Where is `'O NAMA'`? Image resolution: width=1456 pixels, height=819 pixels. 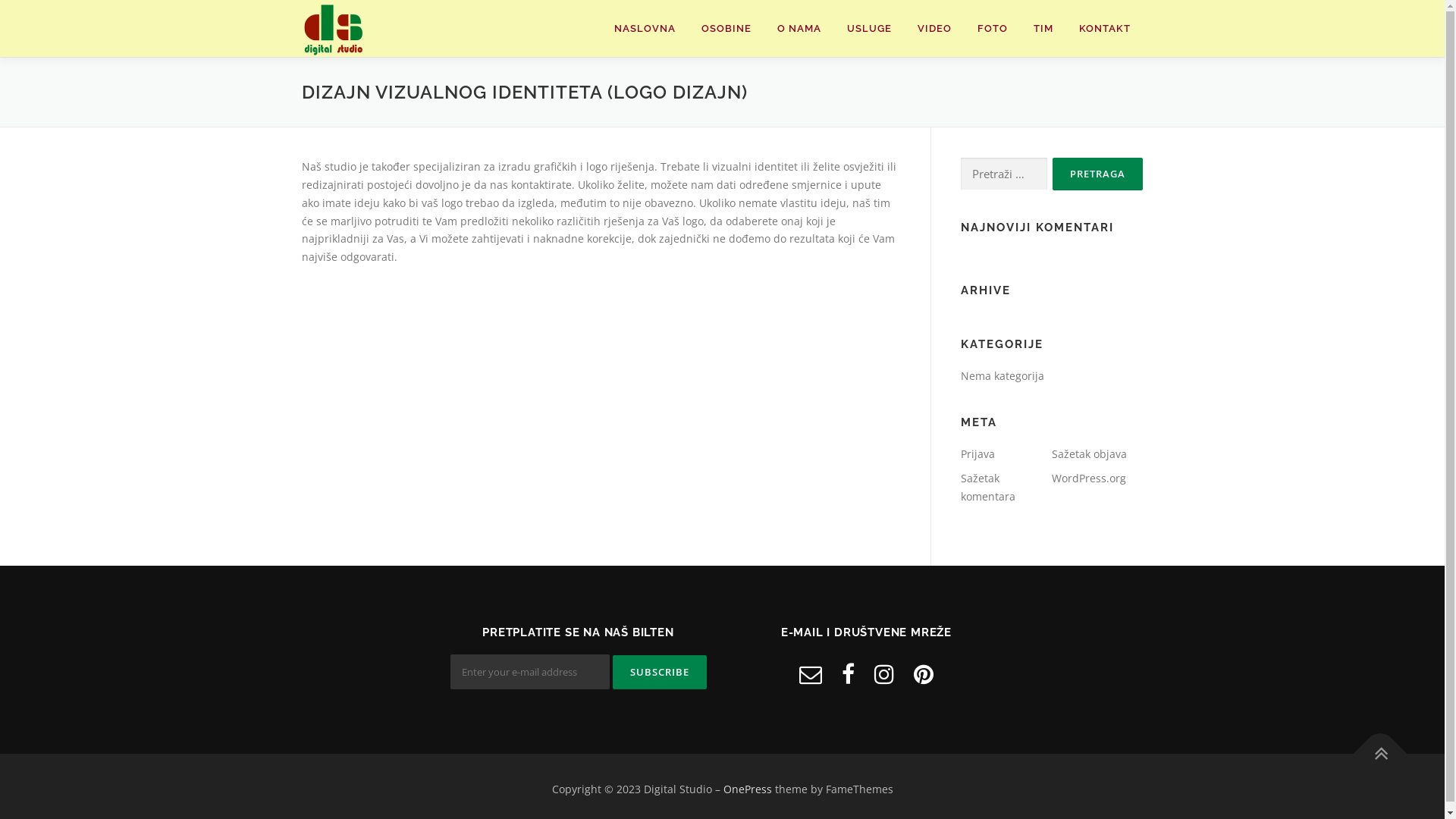
'O NAMA' is located at coordinates (799, 28).